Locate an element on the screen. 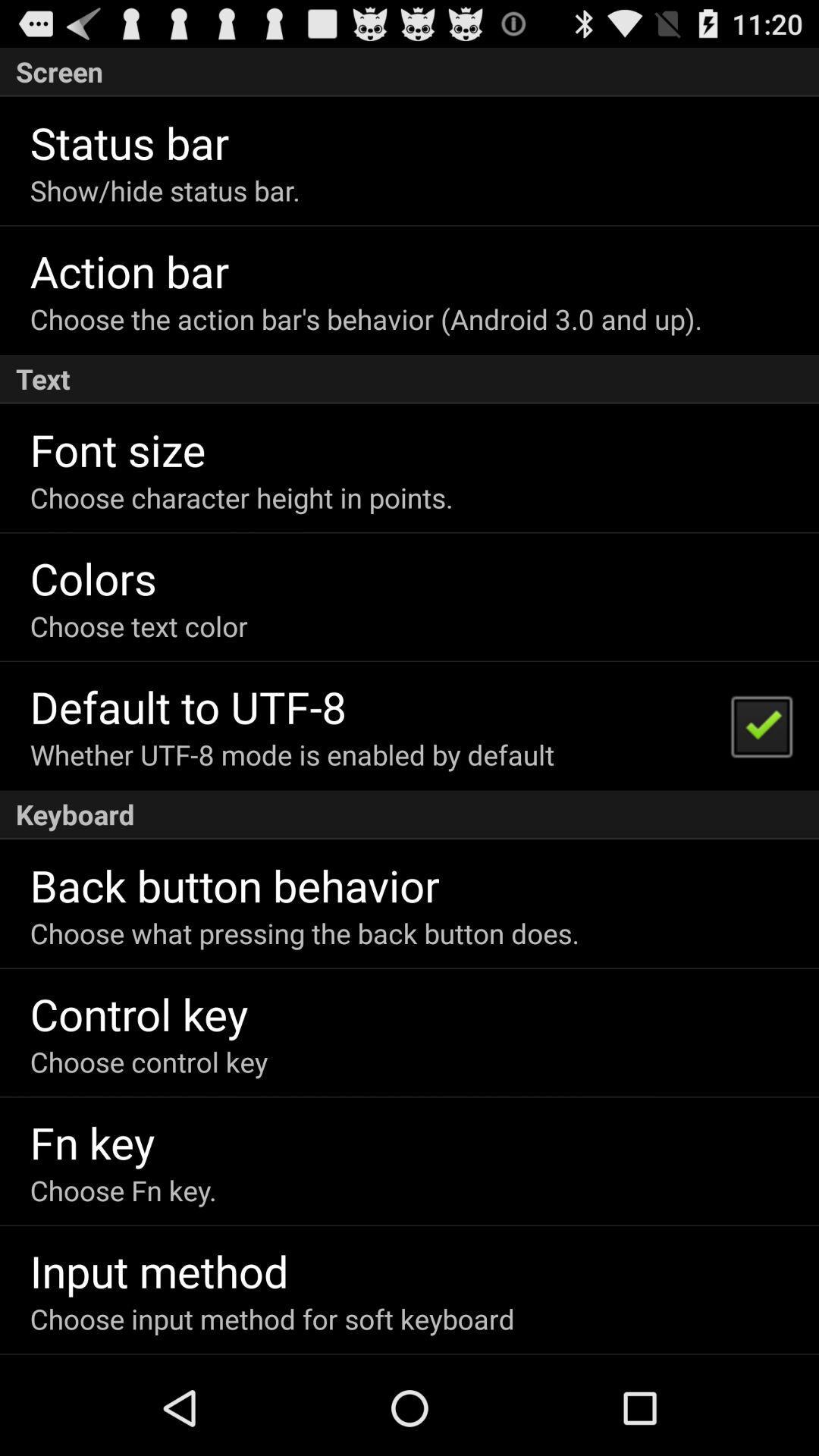  the icon below the back button behavior icon is located at coordinates (304, 932).